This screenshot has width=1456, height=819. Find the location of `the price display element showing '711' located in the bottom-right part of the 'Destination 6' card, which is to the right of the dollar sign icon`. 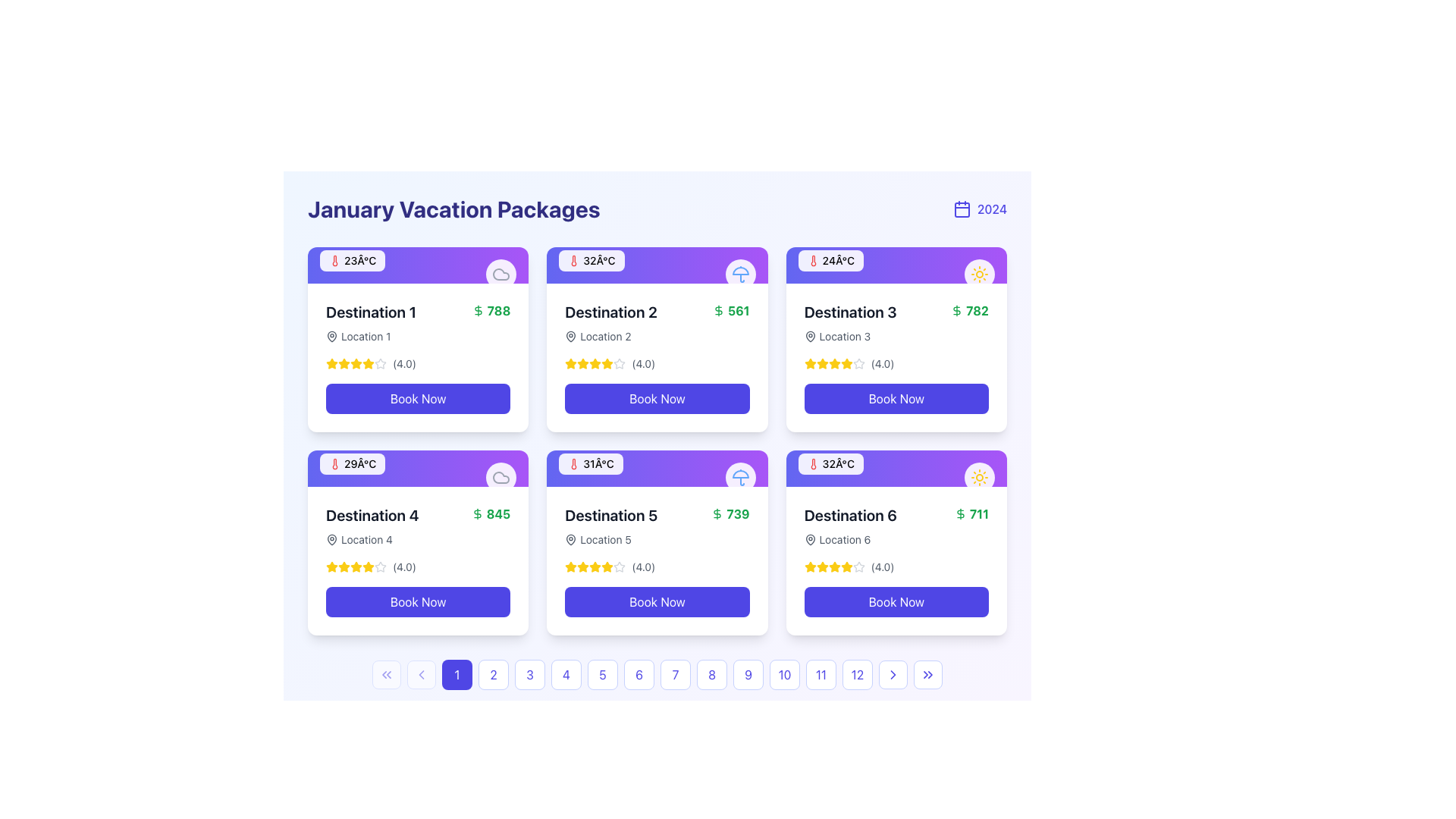

the price display element showing '711' located in the bottom-right part of the 'Destination 6' card, which is to the right of the dollar sign icon is located at coordinates (971, 513).